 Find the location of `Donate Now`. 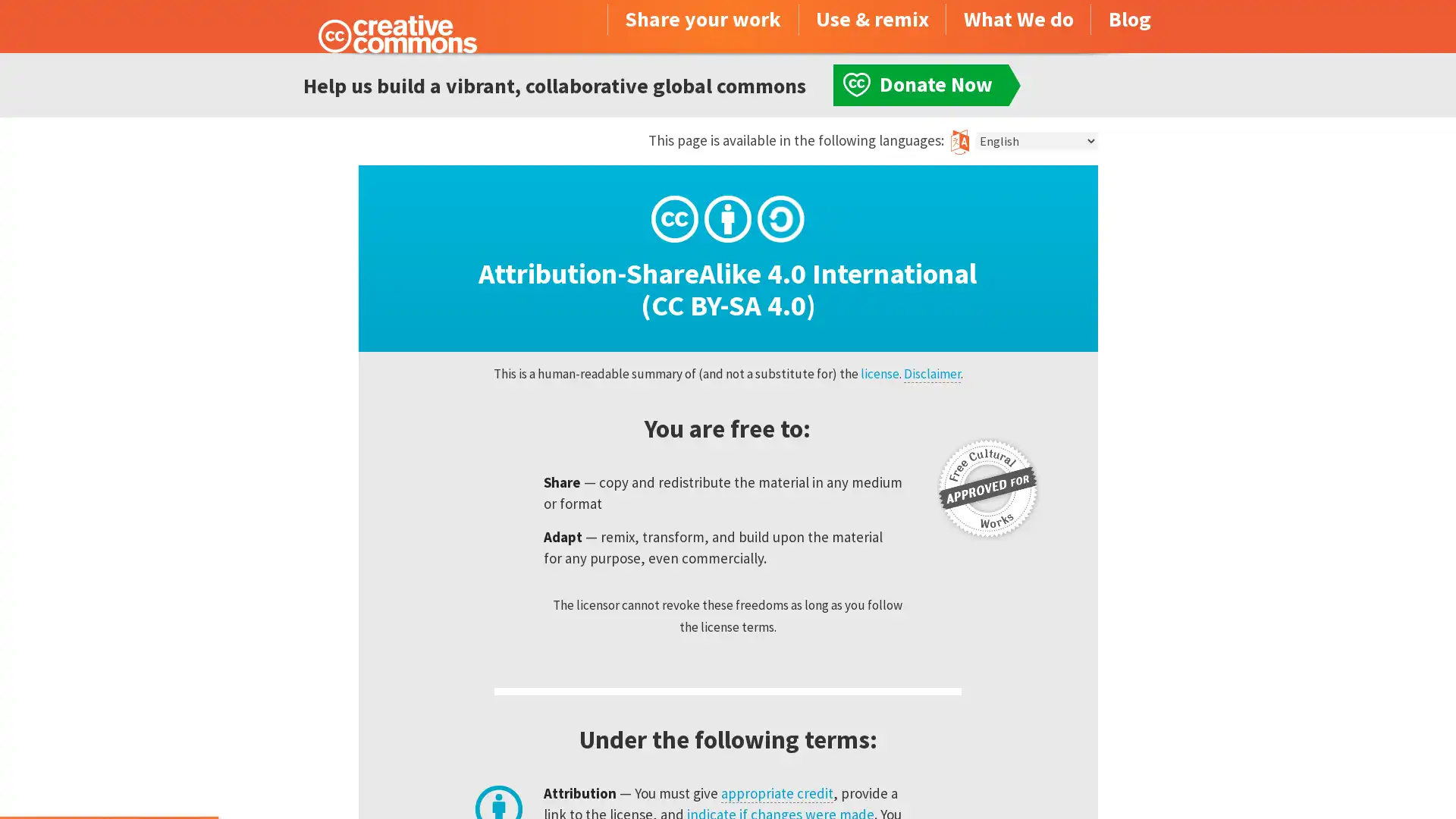

Donate Now is located at coordinates (108, 778).